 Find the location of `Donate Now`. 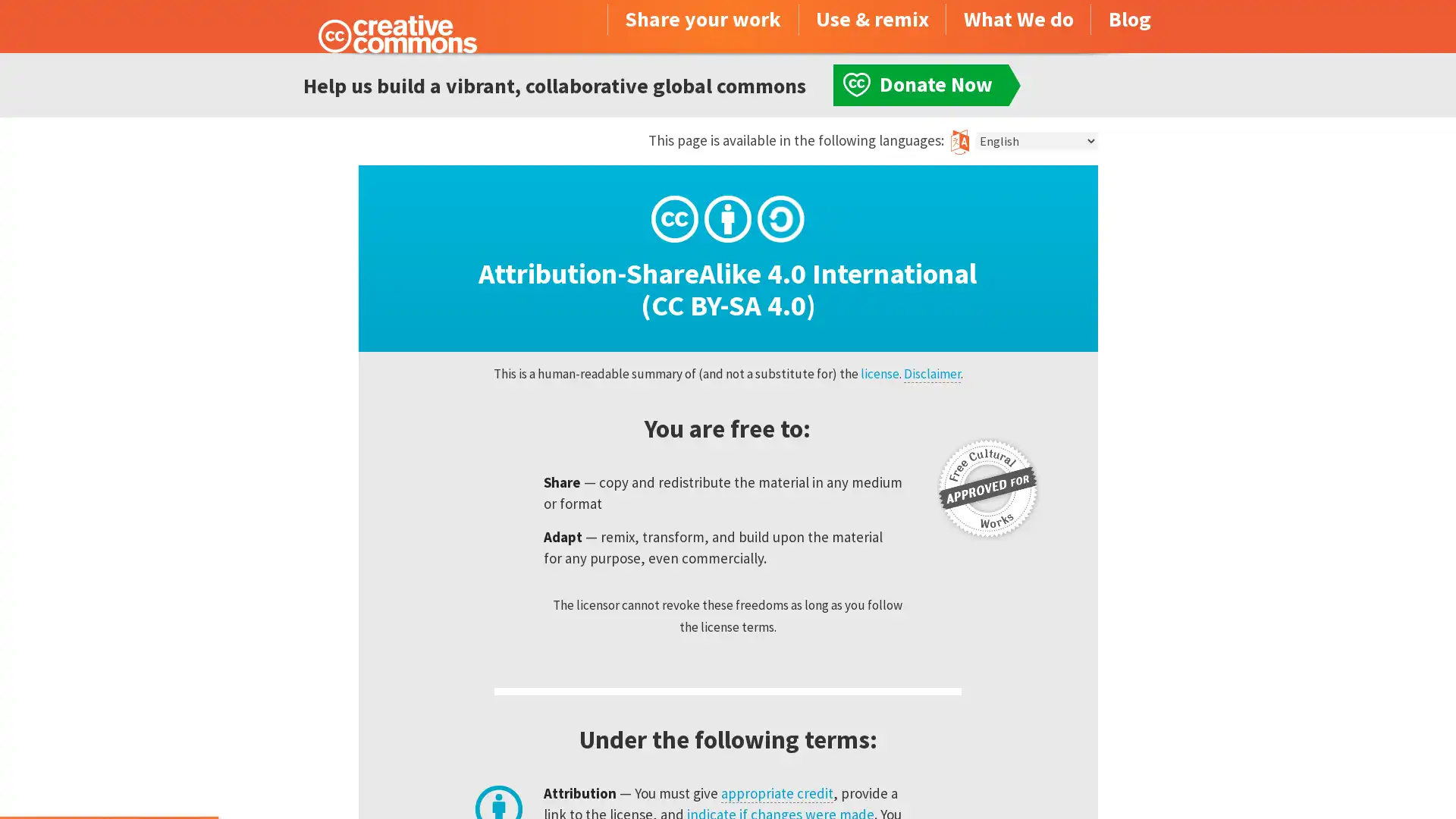

Donate Now is located at coordinates (108, 778).